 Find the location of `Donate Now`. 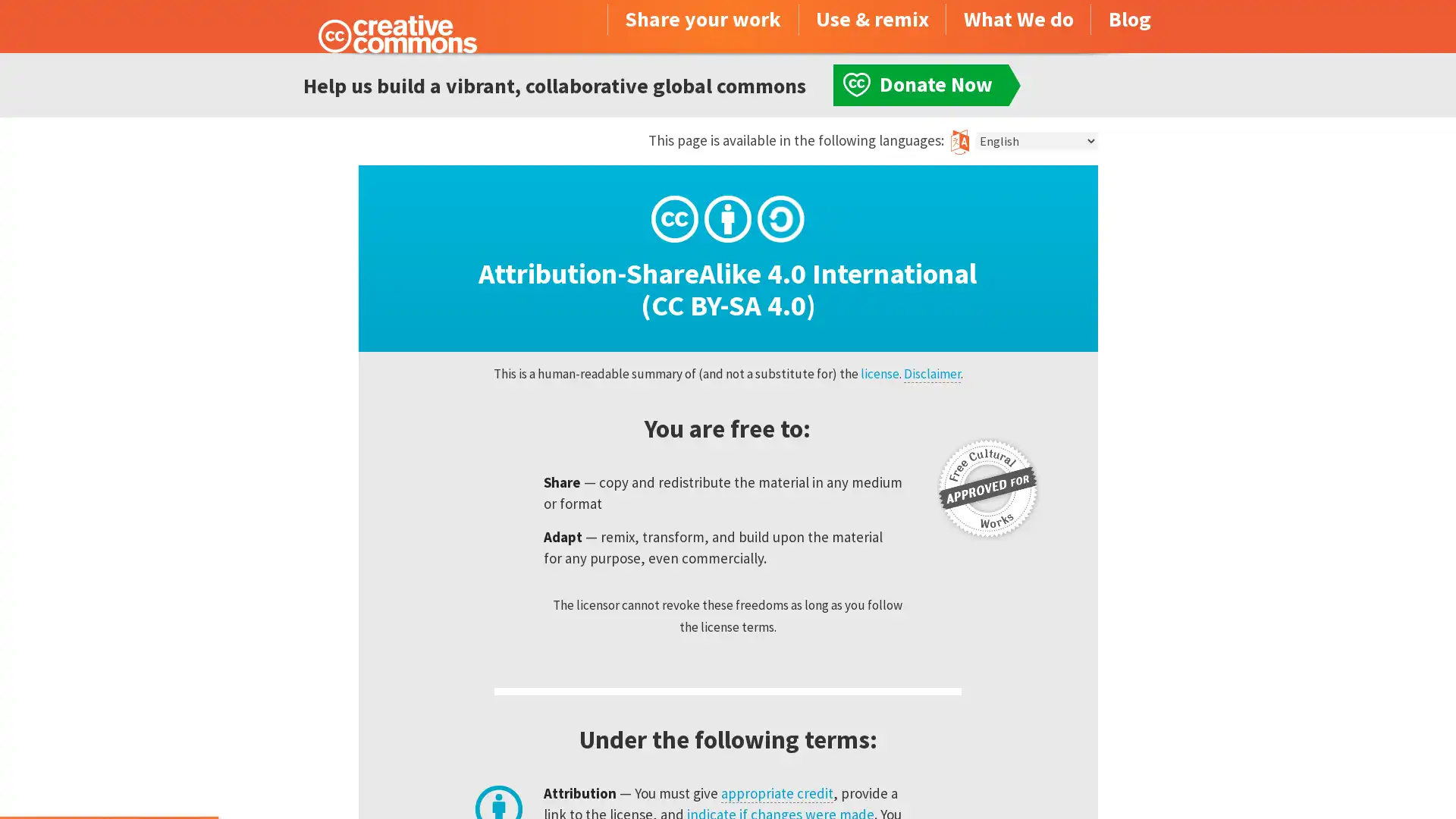

Donate Now is located at coordinates (108, 778).